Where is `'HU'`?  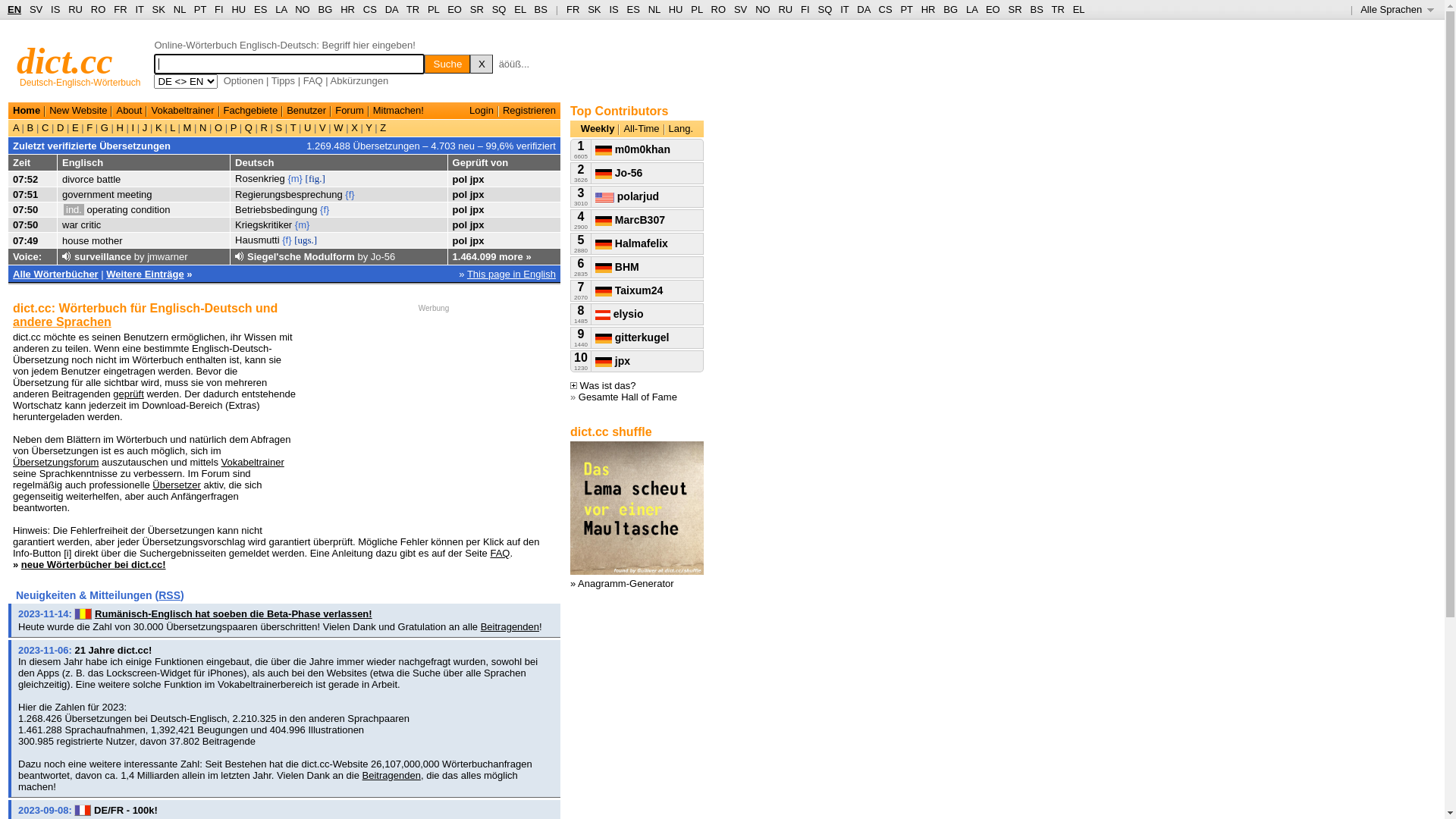 'HU' is located at coordinates (237, 9).